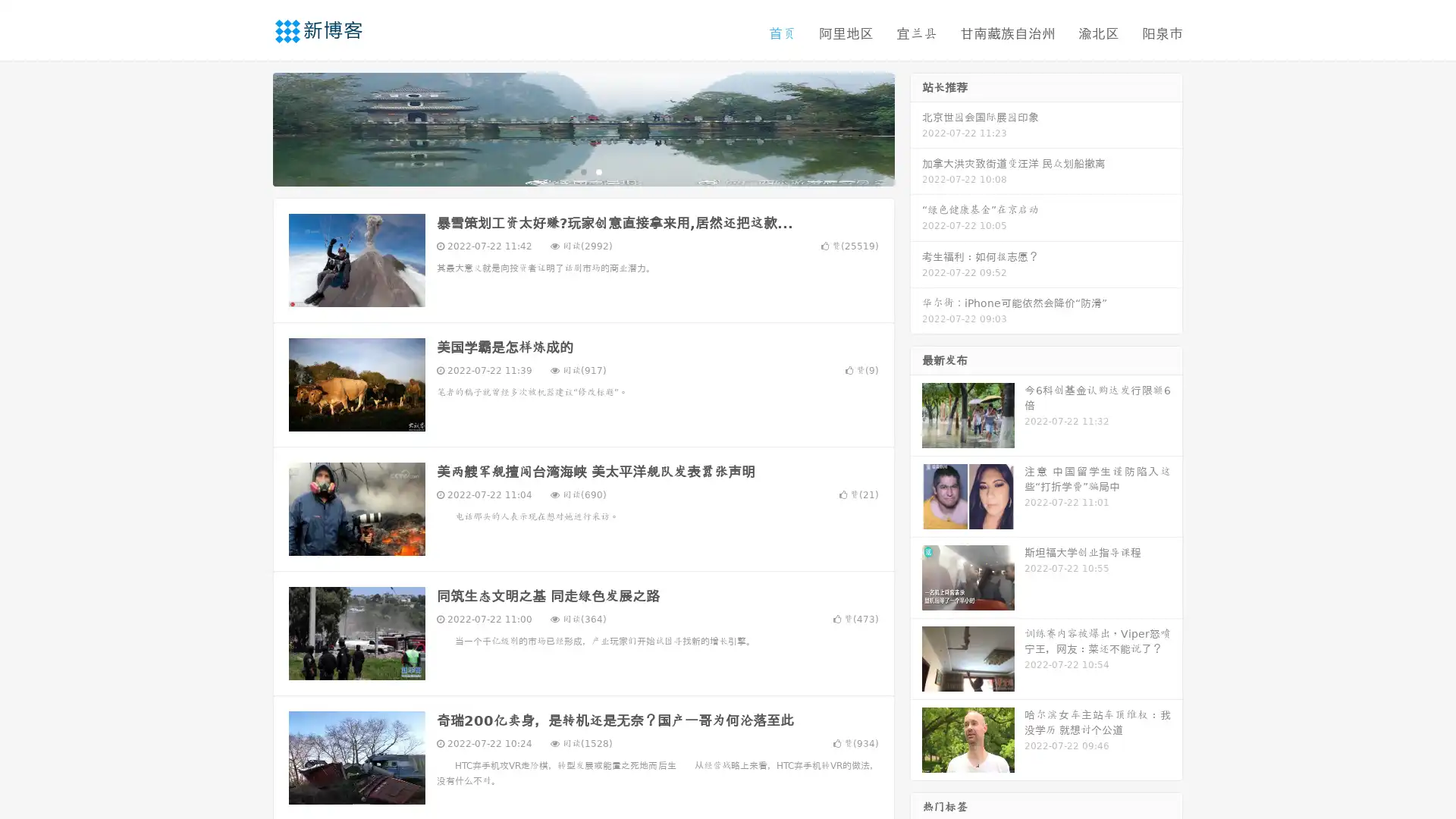 Image resolution: width=1456 pixels, height=819 pixels. Describe the element at coordinates (582, 171) in the screenshot. I see `Go to slide 2` at that location.